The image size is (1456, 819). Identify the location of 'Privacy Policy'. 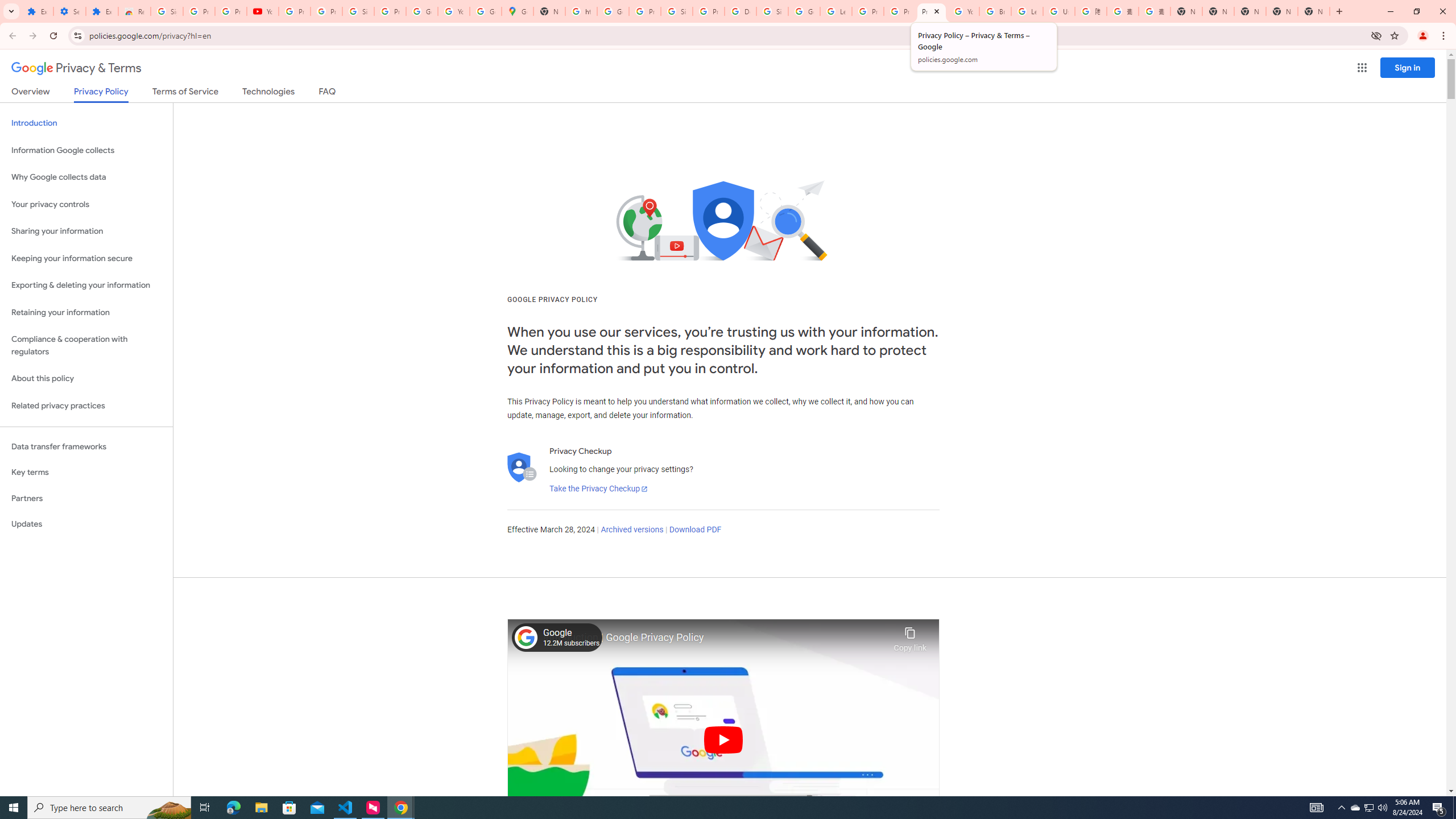
(100, 94).